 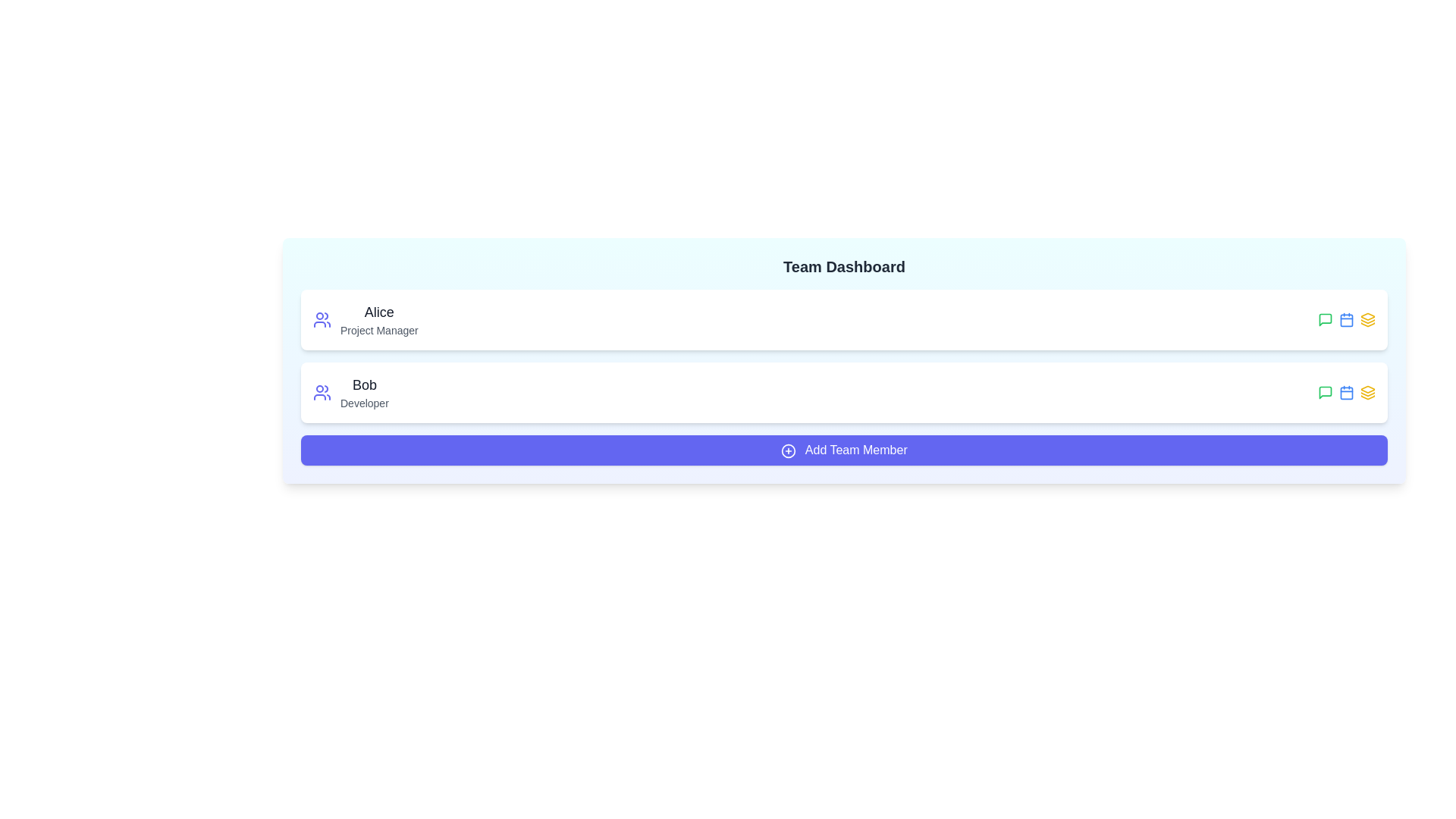 What do you see at coordinates (1347, 391) in the screenshot?
I see `the small blue calendar icon located near other icons in the interface, specifically the second icon from the right associated with the 'Bob' entry` at bounding box center [1347, 391].